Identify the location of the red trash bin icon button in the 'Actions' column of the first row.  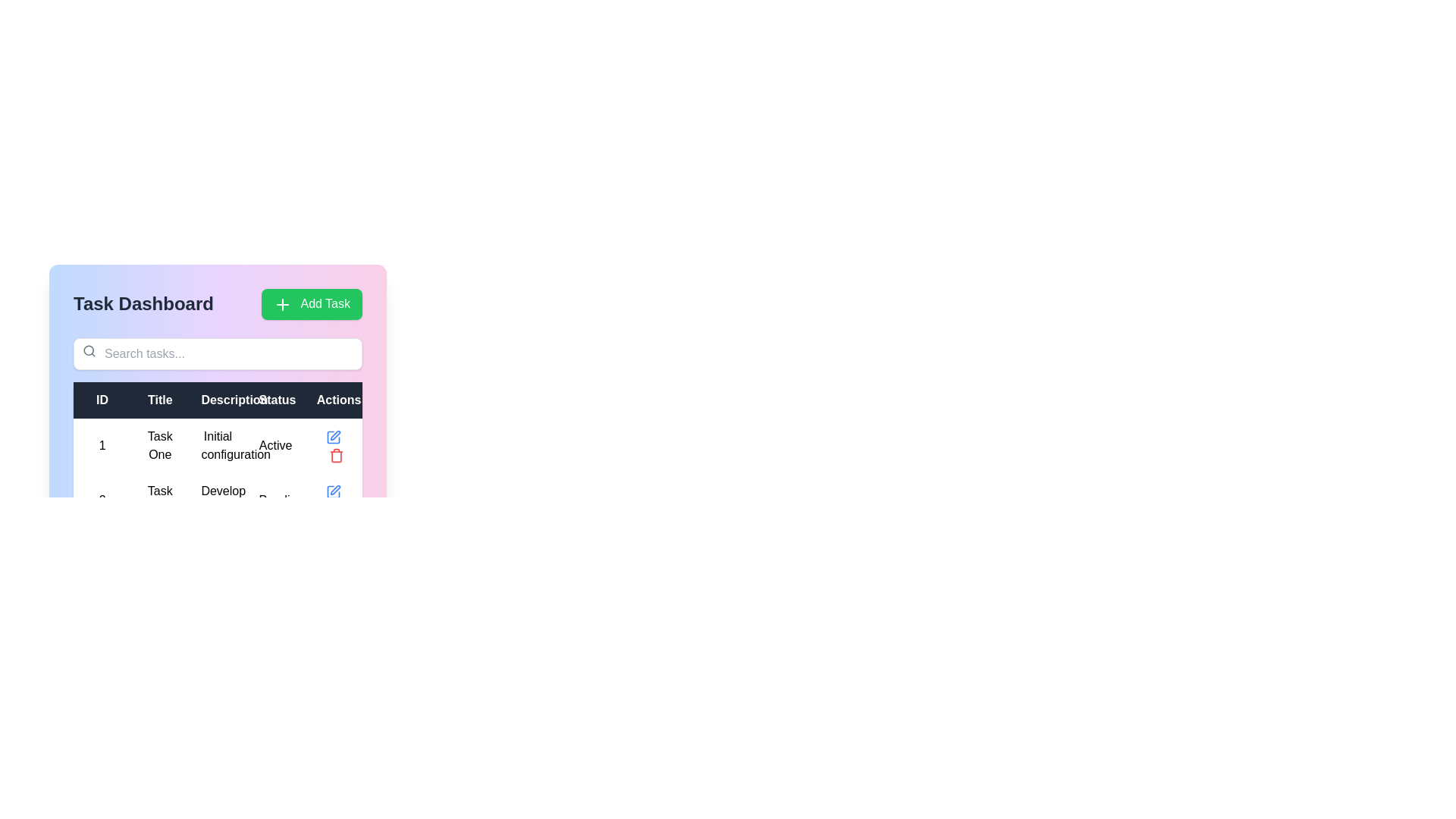
(335, 454).